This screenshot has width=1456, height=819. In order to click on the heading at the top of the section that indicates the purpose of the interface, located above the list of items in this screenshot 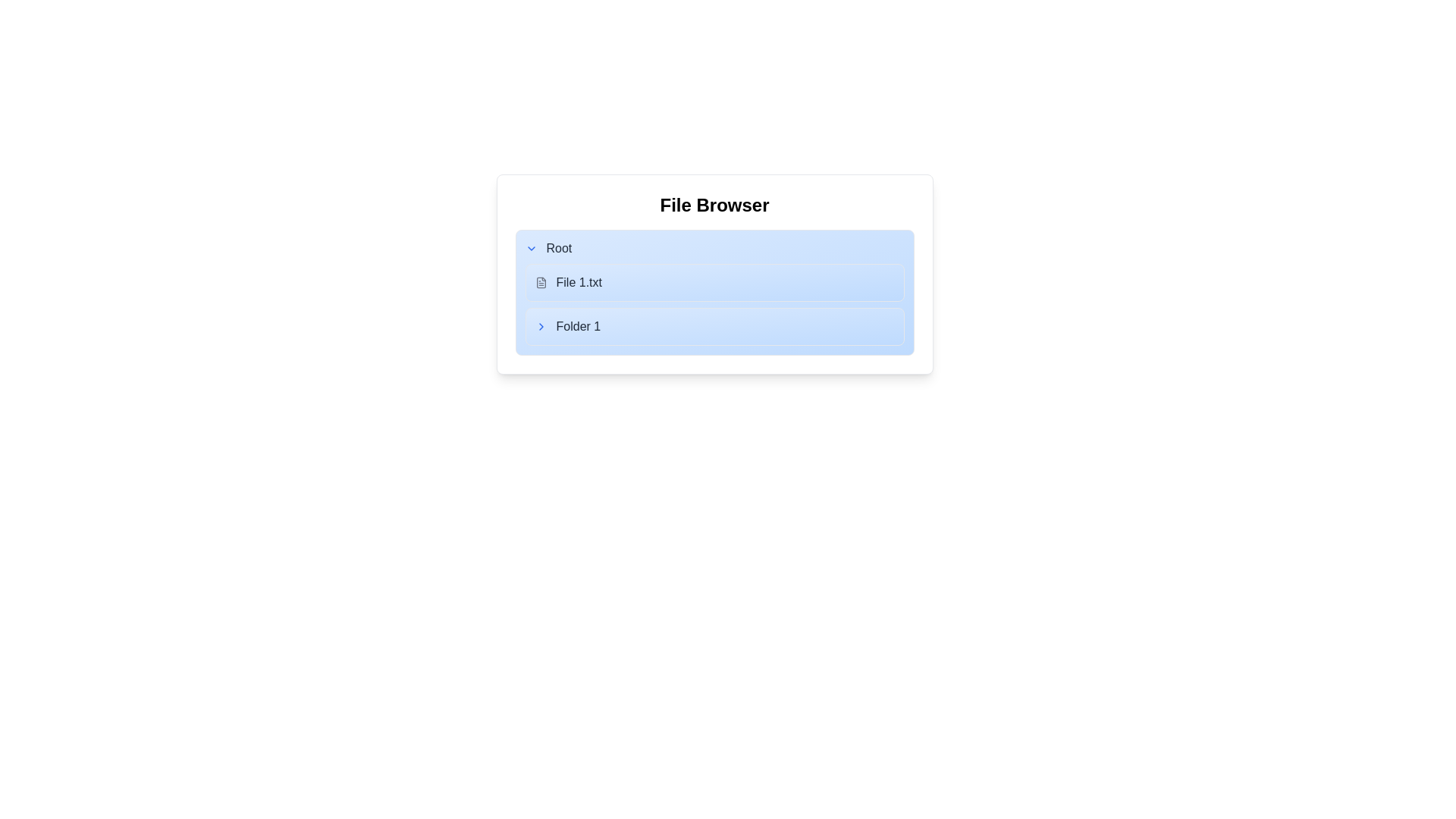, I will do `click(714, 205)`.